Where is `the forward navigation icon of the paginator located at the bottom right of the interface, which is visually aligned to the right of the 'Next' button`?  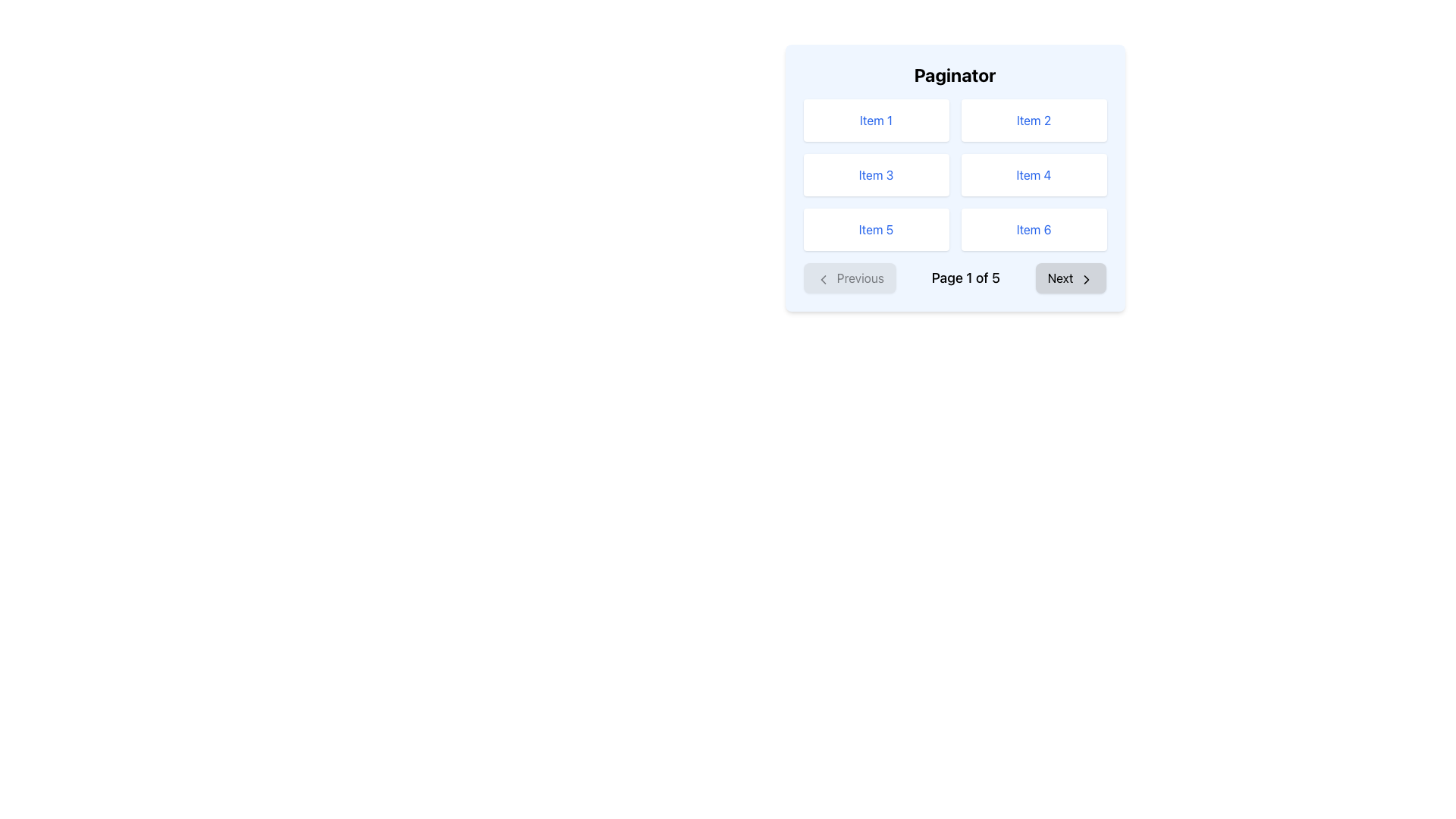 the forward navigation icon of the paginator located at the bottom right of the interface, which is visually aligned to the right of the 'Next' button is located at coordinates (1086, 279).